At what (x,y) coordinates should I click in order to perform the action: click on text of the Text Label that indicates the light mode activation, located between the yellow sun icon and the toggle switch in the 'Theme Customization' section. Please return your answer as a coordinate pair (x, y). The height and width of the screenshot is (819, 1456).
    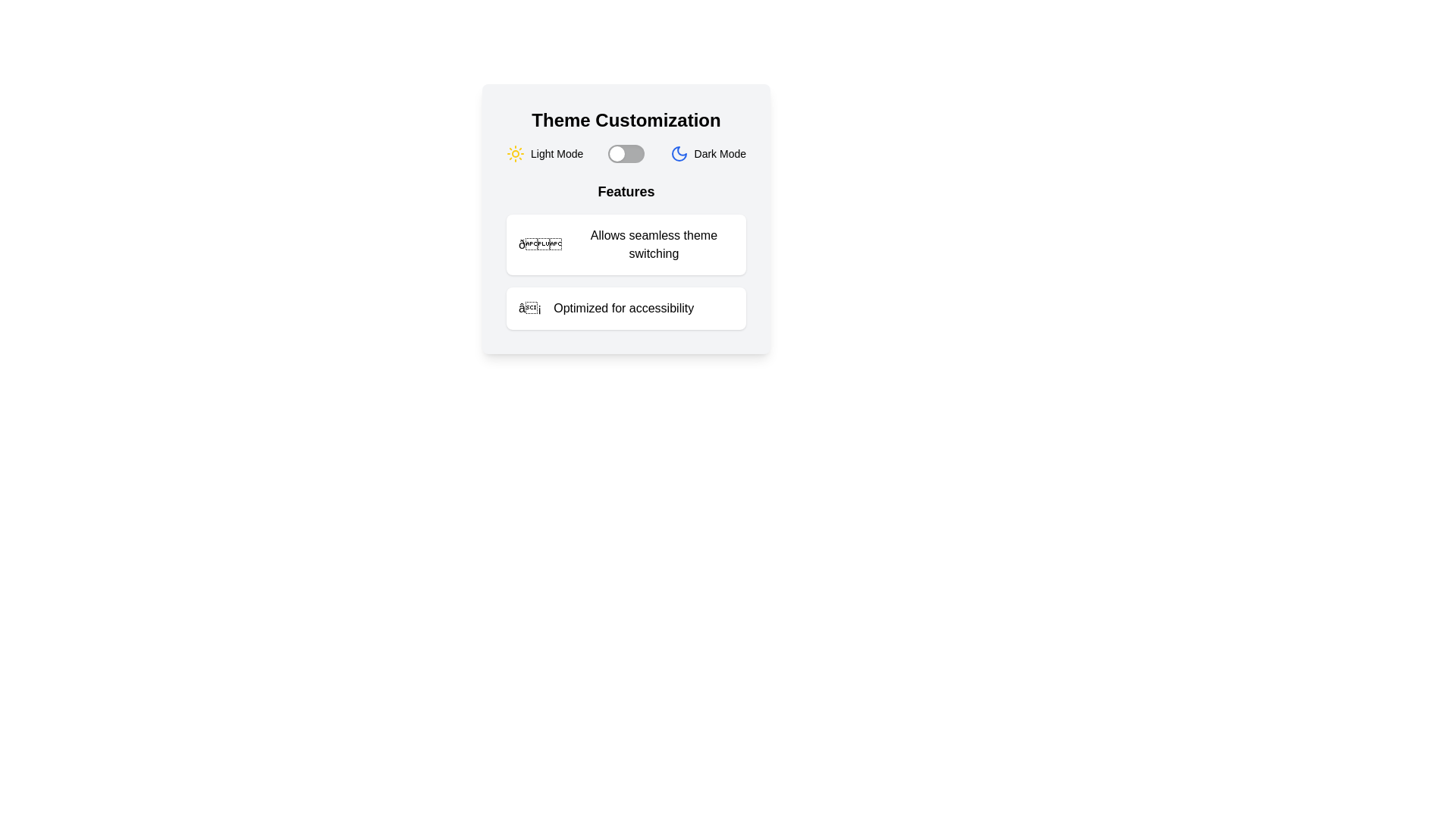
    Looking at the image, I should click on (556, 154).